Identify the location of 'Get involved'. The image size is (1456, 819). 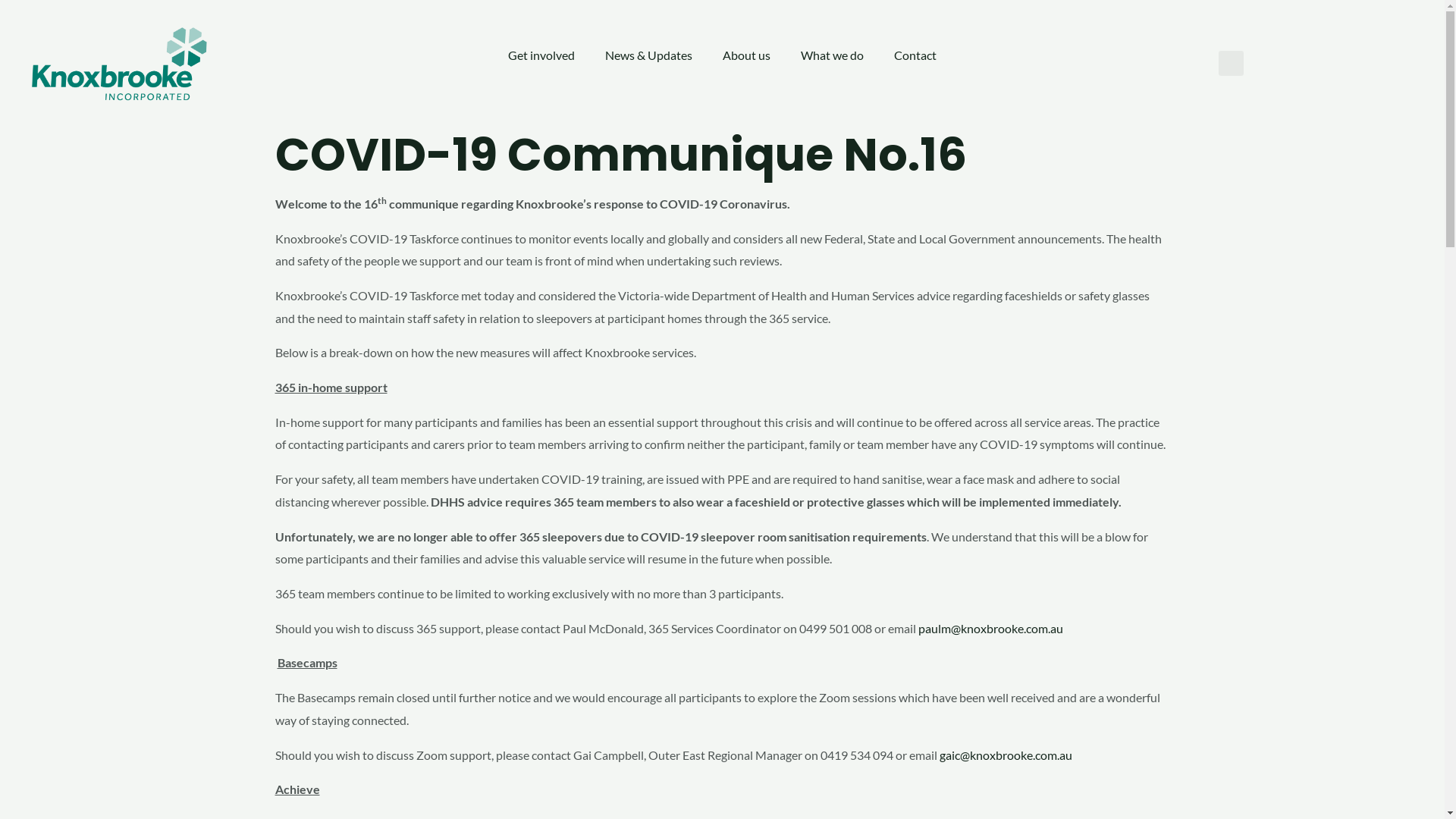
(541, 55).